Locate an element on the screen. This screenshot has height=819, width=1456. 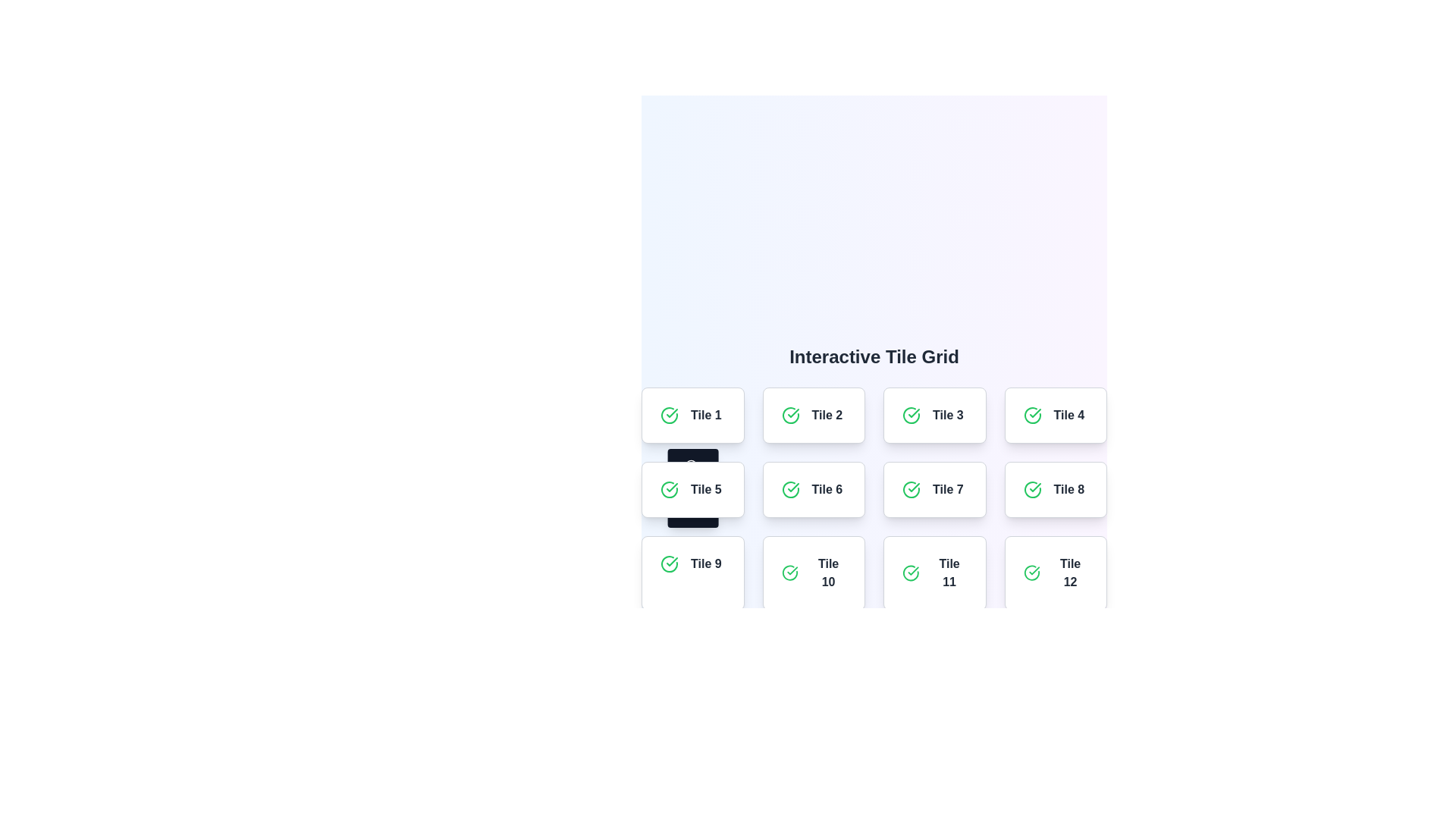
the green checkmark icon inside a circular outline, located to the left of the 'Tile 3' button, which indicates a confirmation or success action is located at coordinates (910, 415).